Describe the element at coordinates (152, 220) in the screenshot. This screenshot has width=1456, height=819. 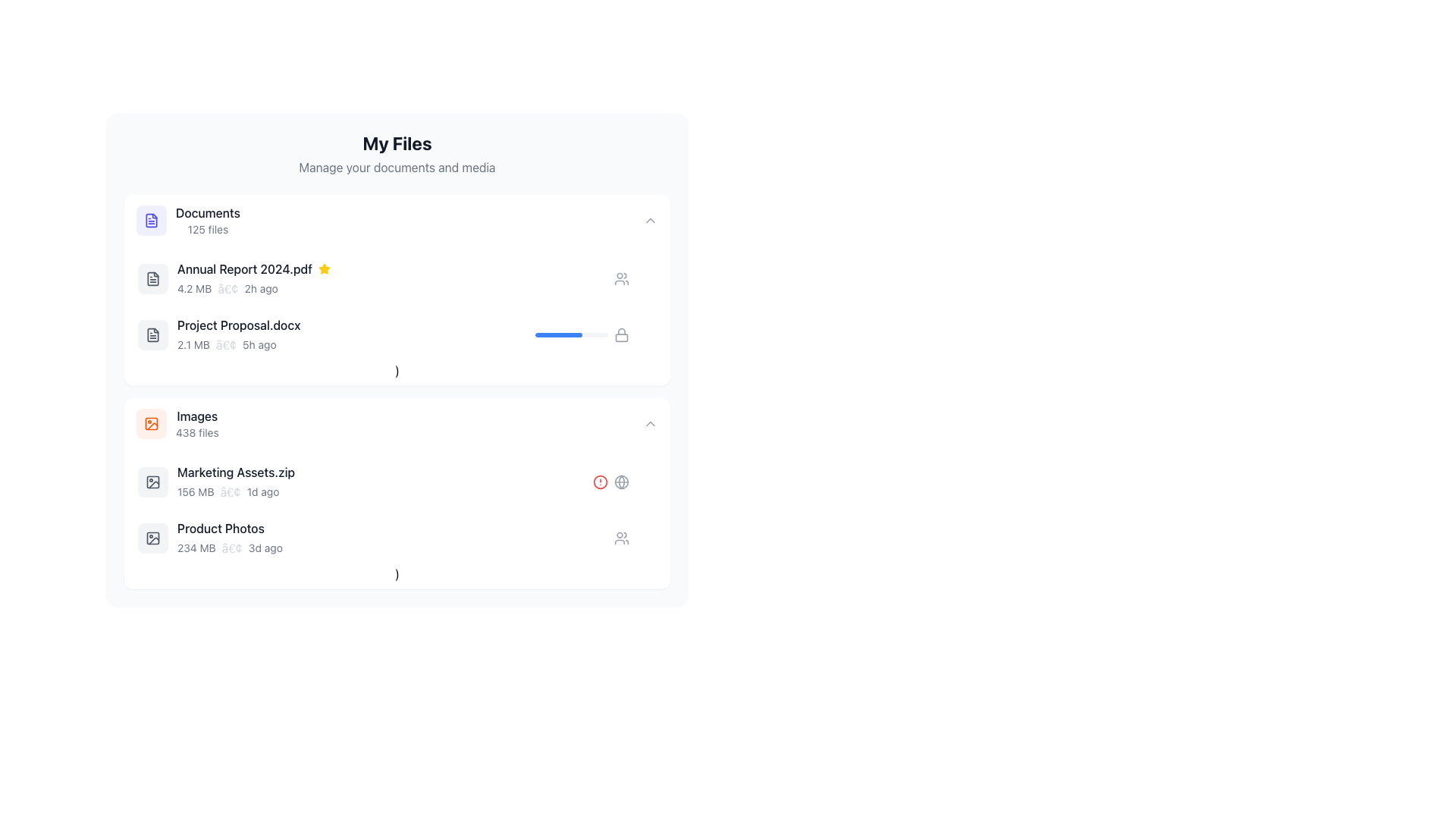
I see `the primary icon representing the 'Documents' section located in the top left of the interface` at that location.